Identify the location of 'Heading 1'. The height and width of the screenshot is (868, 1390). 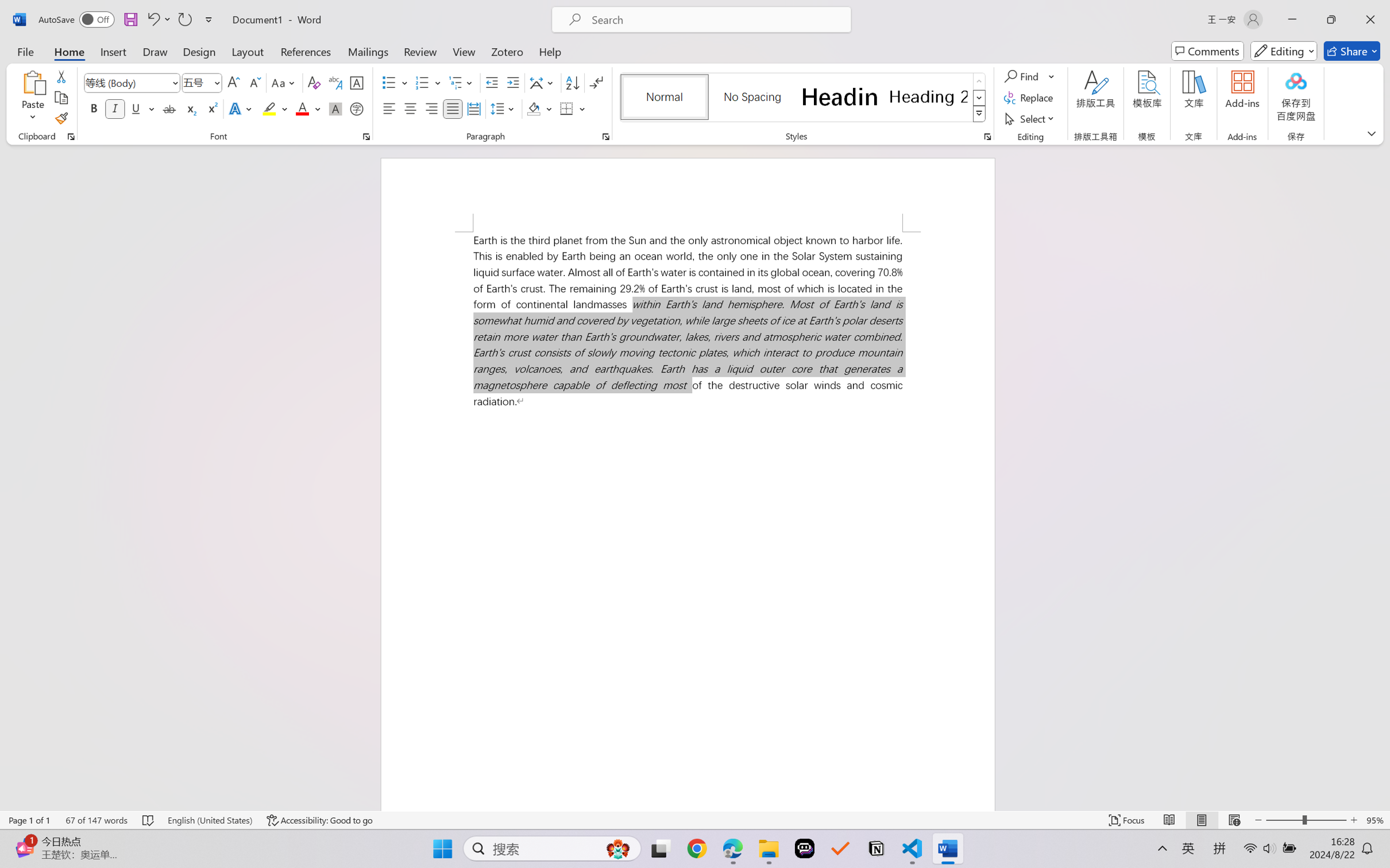
(839, 96).